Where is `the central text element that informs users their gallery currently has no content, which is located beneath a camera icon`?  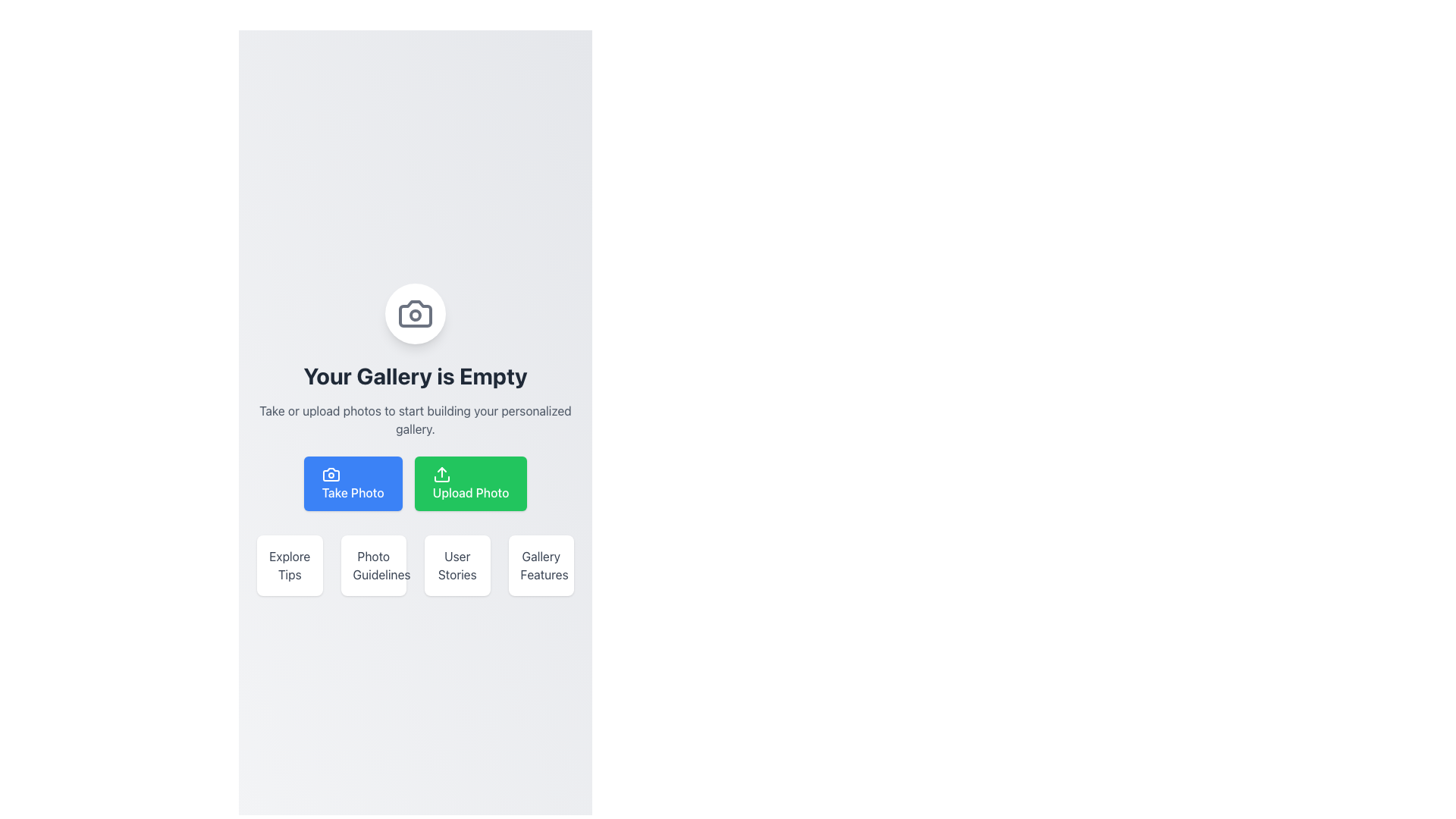
the central text element that informs users their gallery currently has no content, which is located beneath a camera icon is located at coordinates (415, 375).